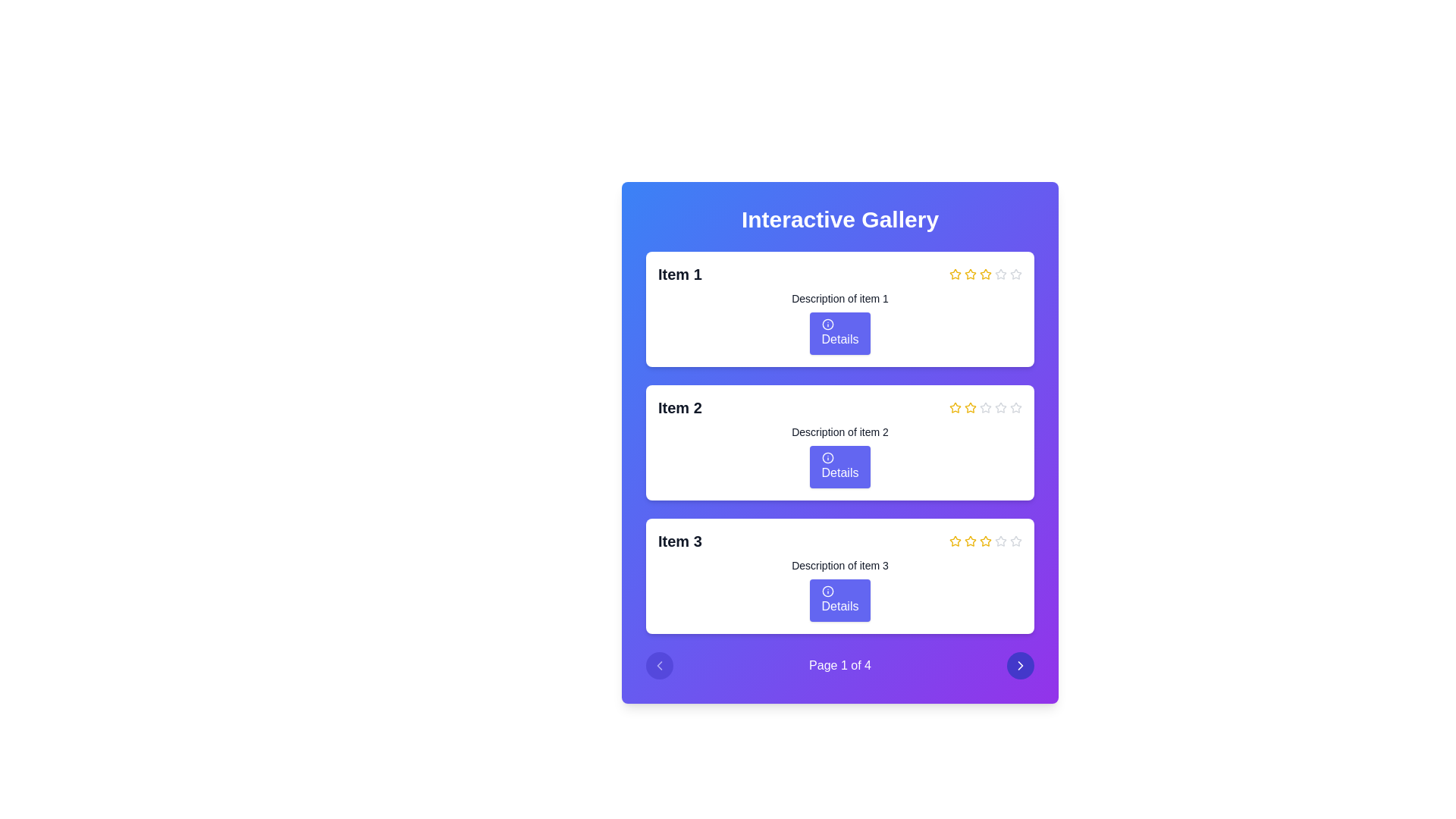 Image resolution: width=1456 pixels, height=819 pixels. Describe the element at coordinates (986, 274) in the screenshot. I see `the third star in the star rating system for 'Item 1' in the Interactive Gallery` at that location.